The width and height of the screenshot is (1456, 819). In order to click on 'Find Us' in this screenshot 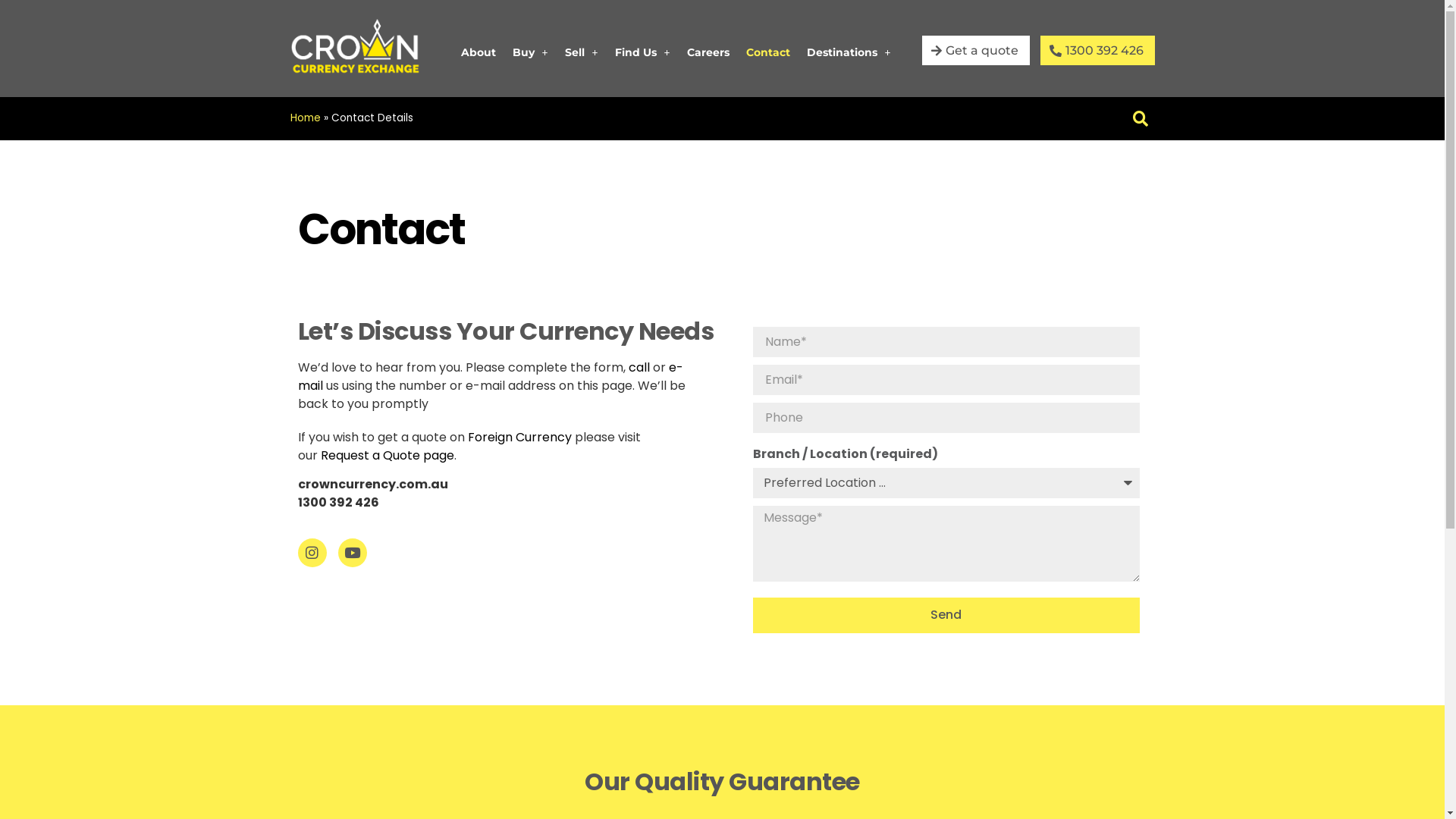, I will do `click(642, 52)`.